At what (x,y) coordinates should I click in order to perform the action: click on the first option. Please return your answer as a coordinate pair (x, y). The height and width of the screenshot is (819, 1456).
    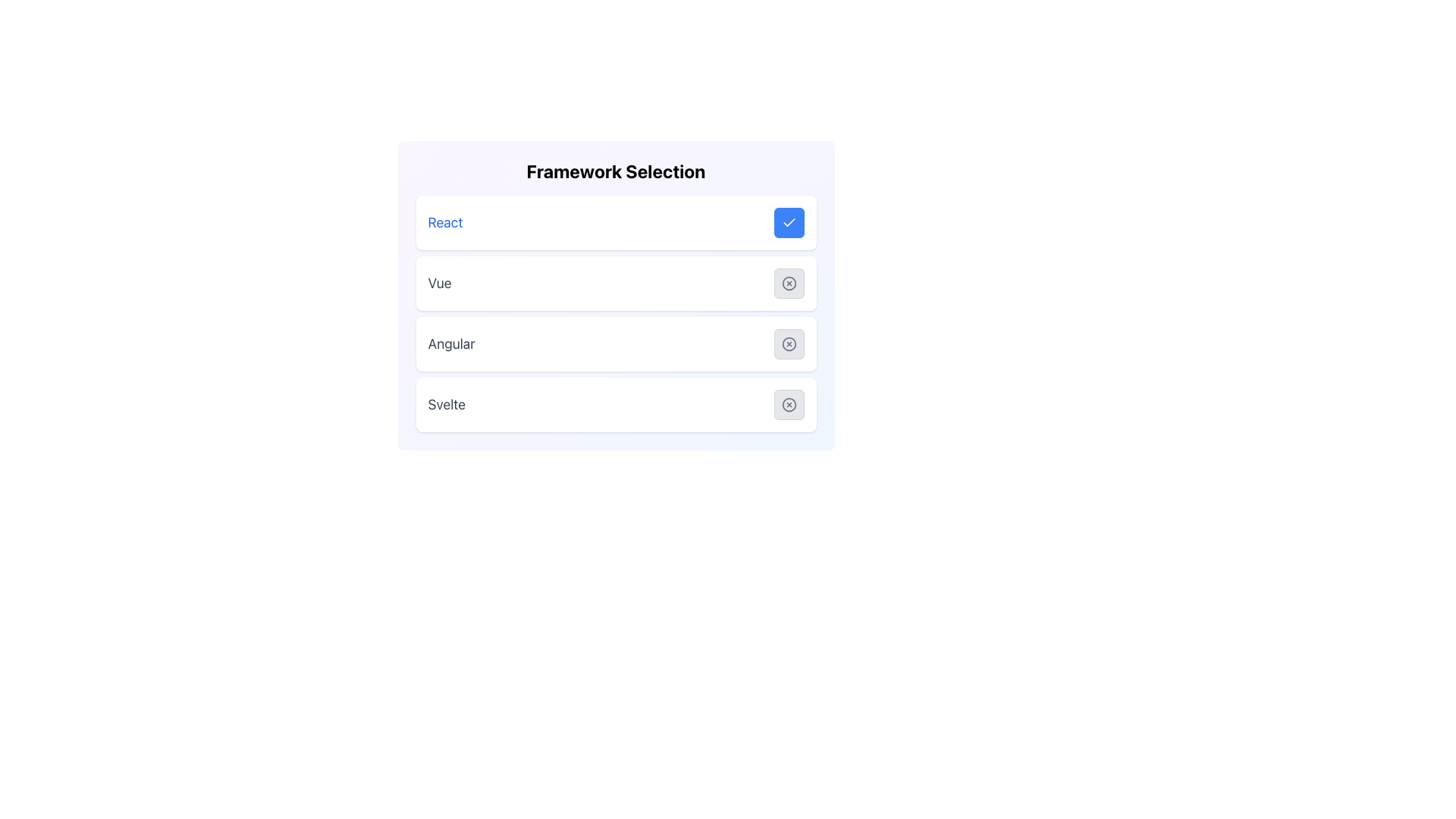
    Looking at the image, I should click on (616, 222).